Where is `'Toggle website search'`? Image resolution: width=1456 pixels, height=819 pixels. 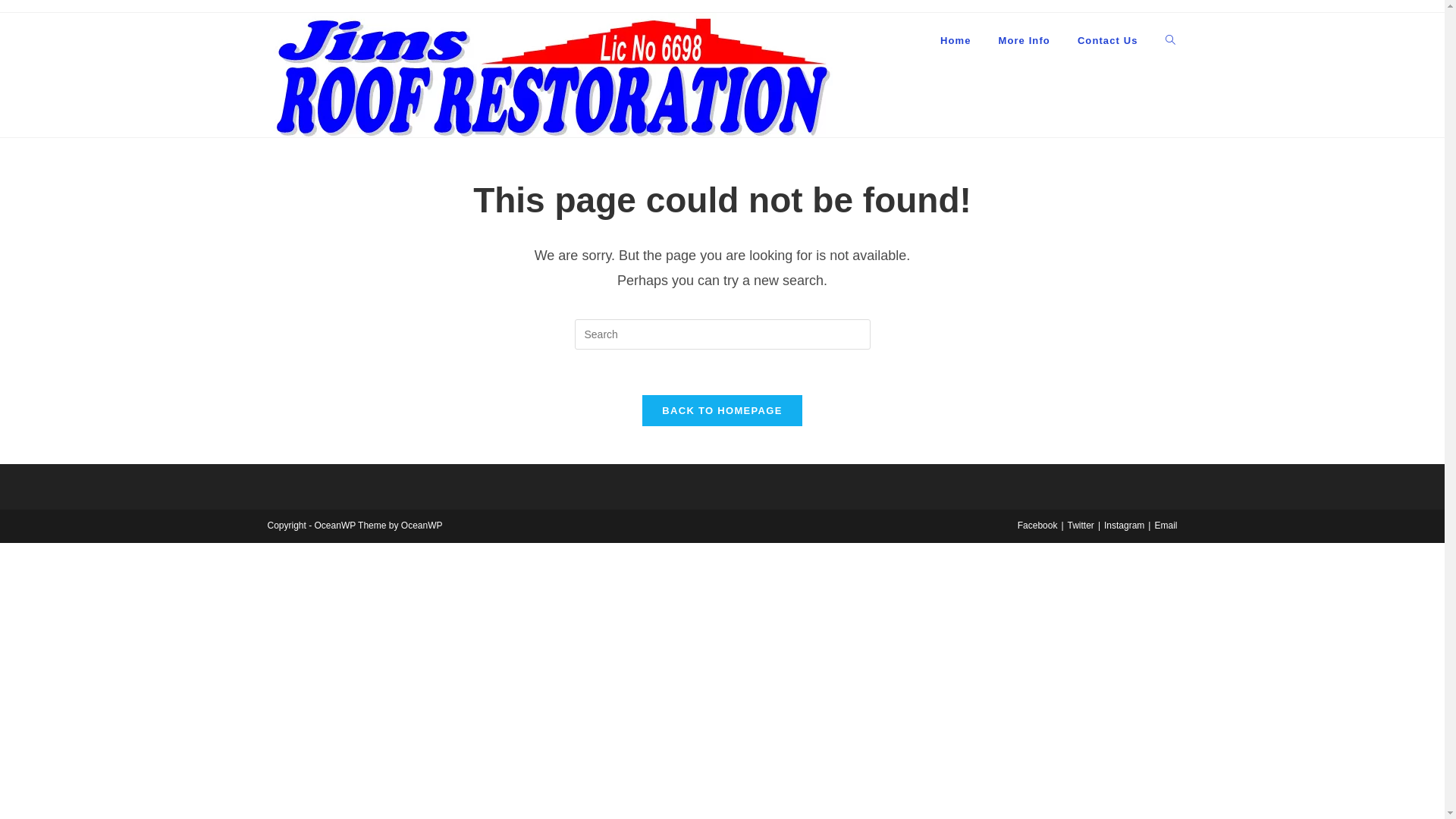
'Toggle website search' is located at coordinates (1169, 40).